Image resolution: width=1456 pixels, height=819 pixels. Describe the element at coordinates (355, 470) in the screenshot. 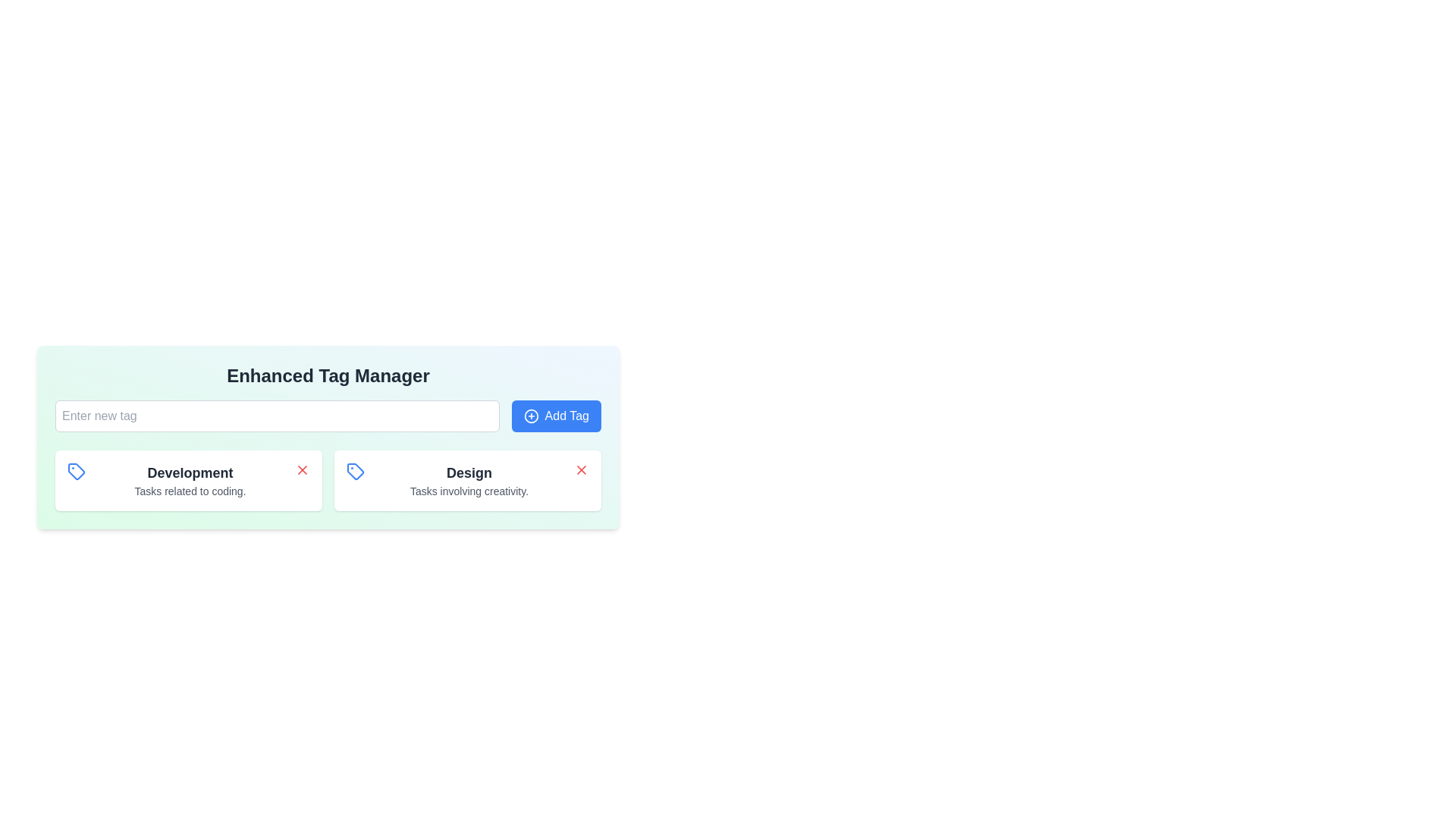

I see `the icon representing the 'Design' tag located to the left of the 'Design' tag's title and text description for potential interaction` at that location.